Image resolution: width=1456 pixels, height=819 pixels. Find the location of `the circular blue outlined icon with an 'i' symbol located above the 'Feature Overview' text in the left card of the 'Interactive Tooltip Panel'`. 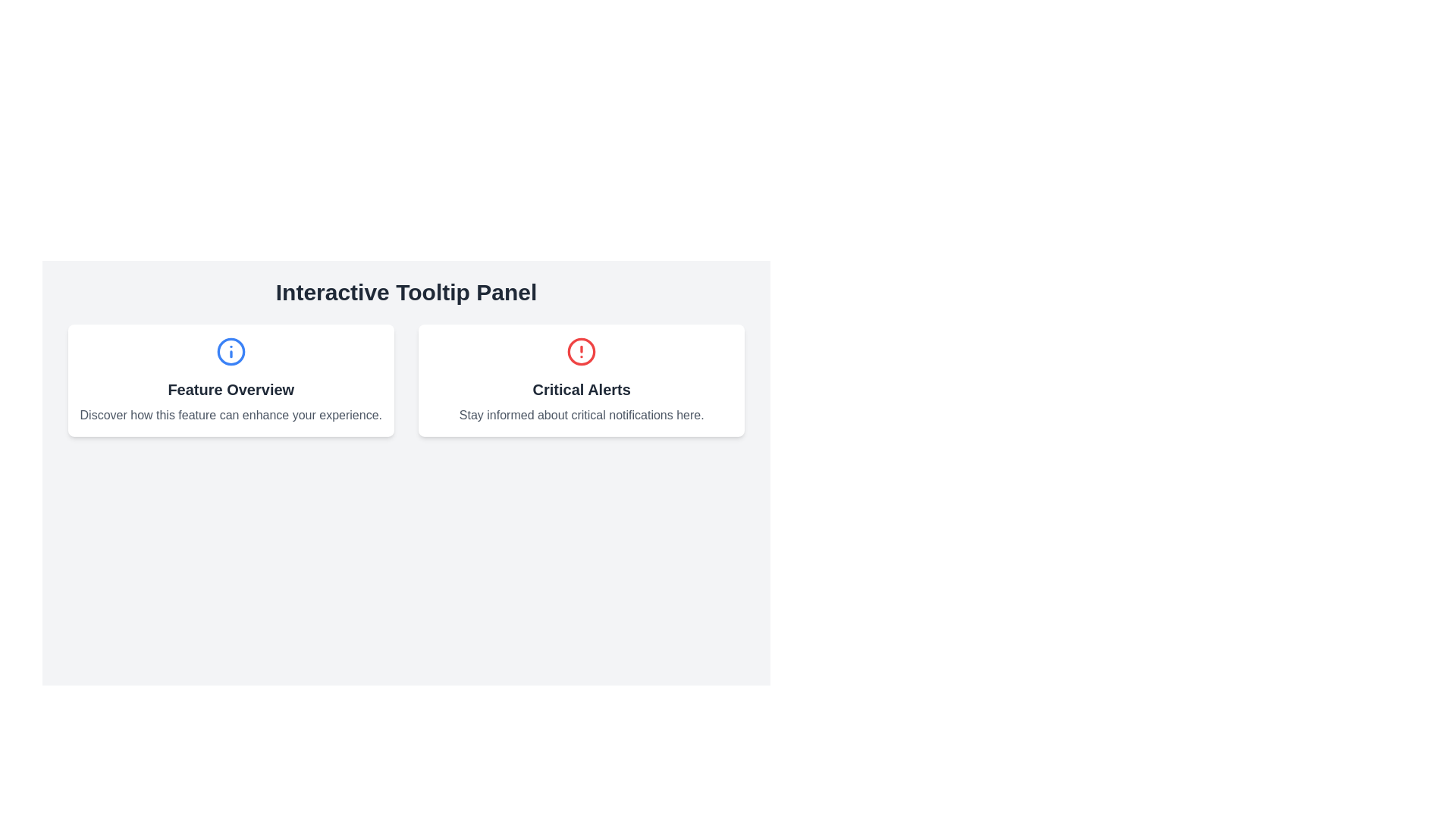

the circular blue outlined icon with an 'i' symbol located above the 'Feature Overview' text in the left card of the 'Interactive Tooltip Panel' is located at coordinates (230, 351).